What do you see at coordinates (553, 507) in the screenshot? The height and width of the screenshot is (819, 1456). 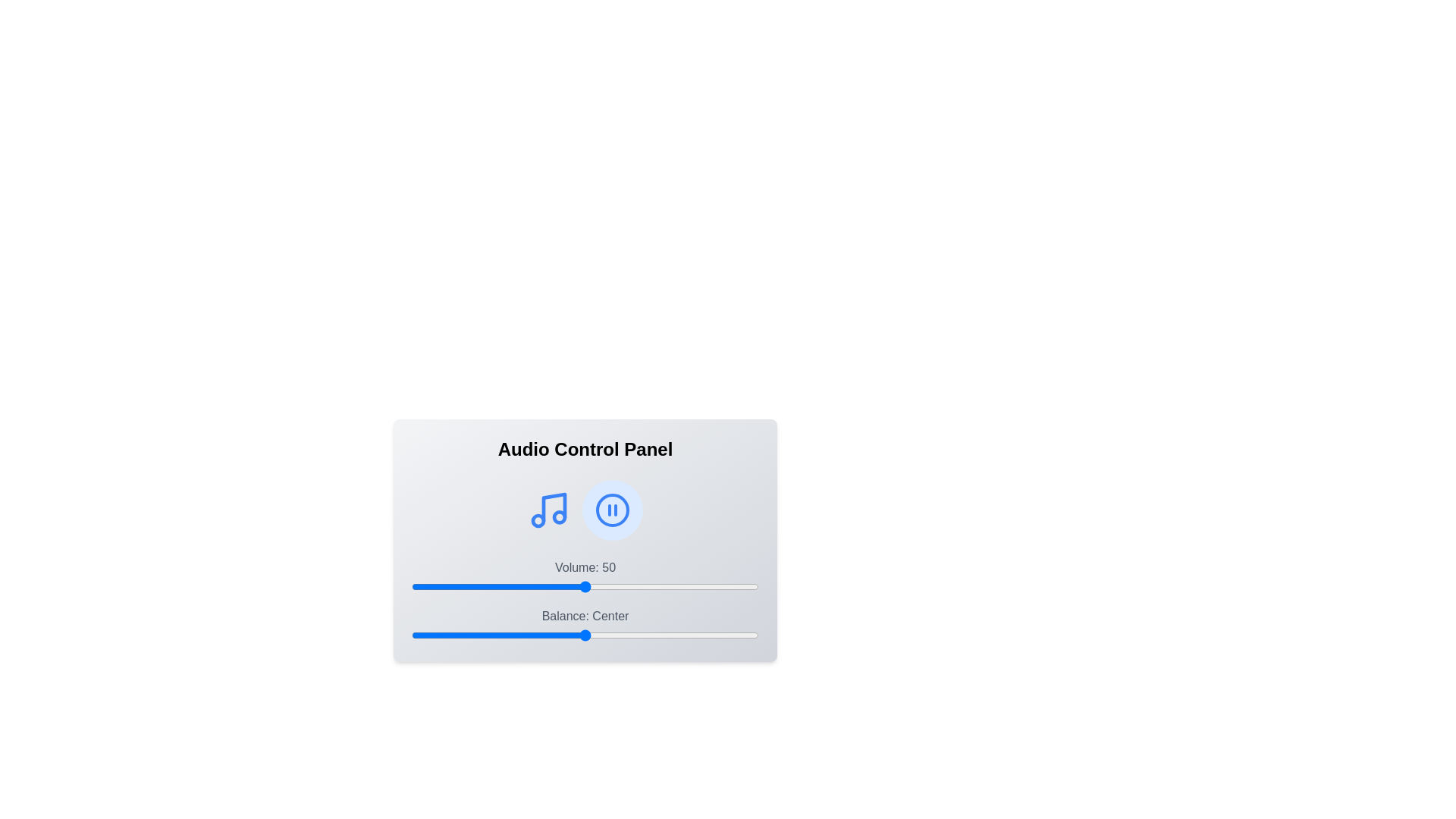 I see `the musical note icon in the Audio Control Panel, which is a blue line icon representing music, located near the top-center of the interface` at bounding box center [553, 507].